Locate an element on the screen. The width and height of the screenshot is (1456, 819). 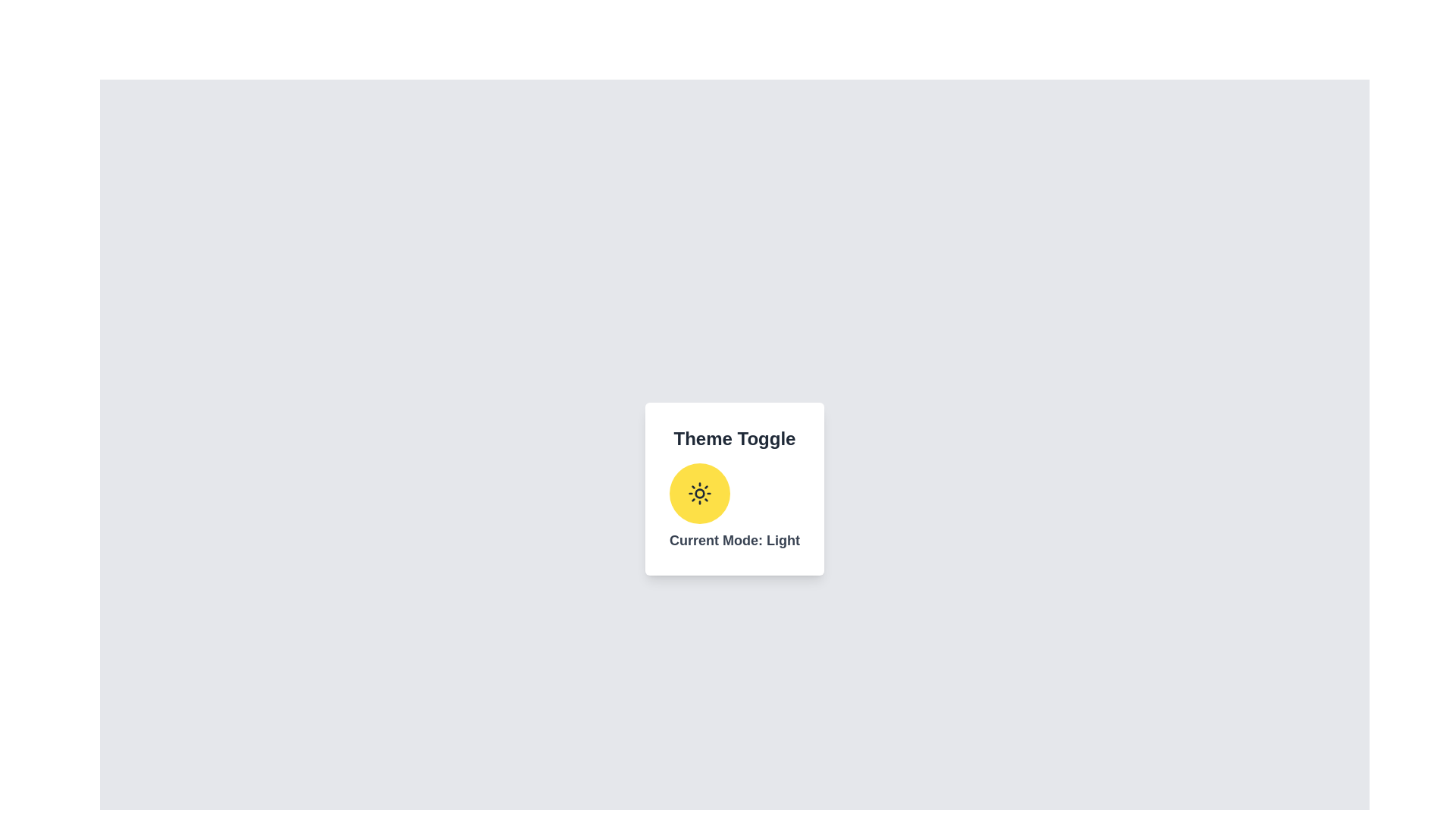
the mode toggle button to switch the mode is located at coordinates (698, 494).